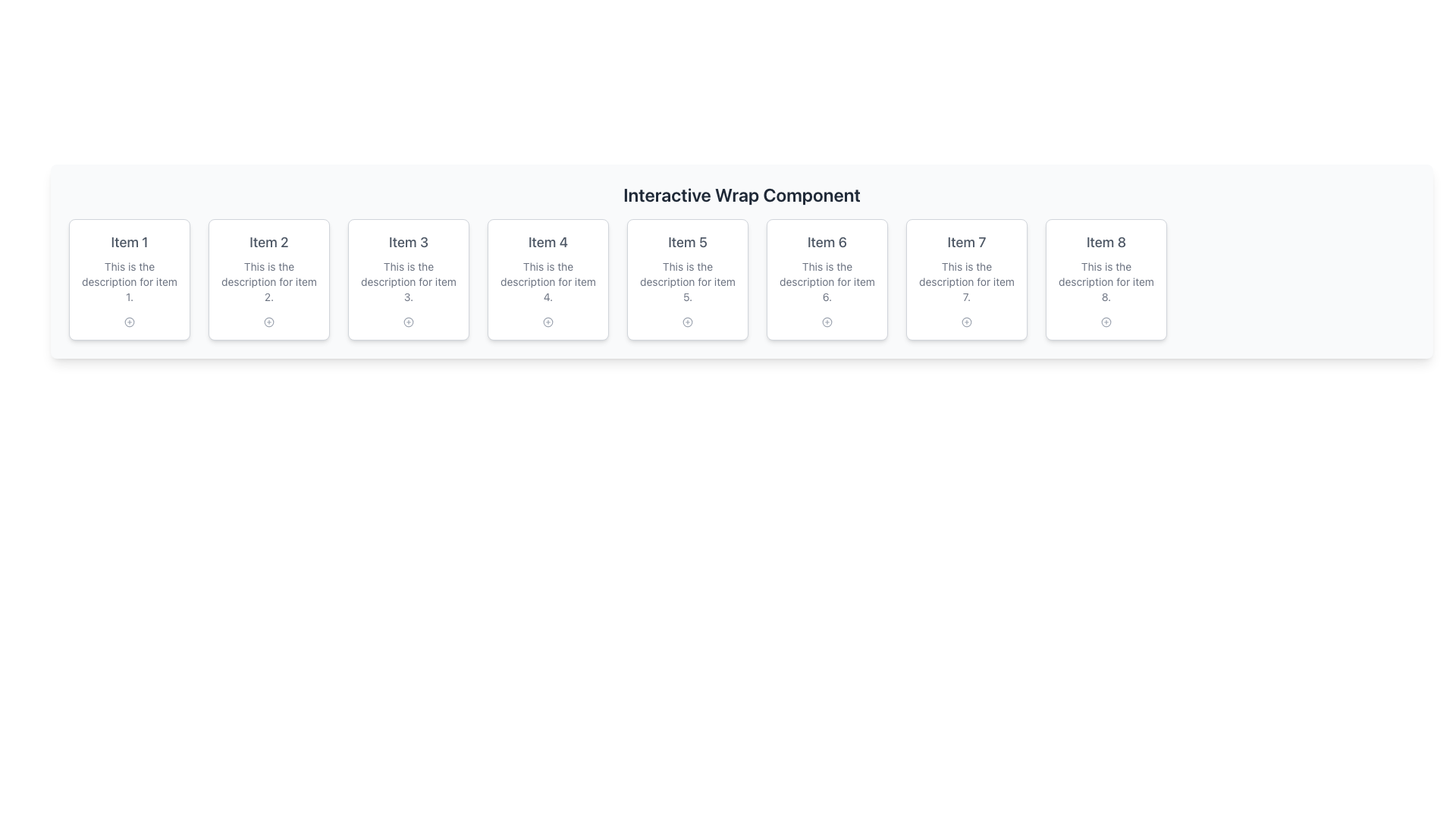  Describe the element at coordinates (548, 321) in the screenshot. I see `the hollow circular graphical element within the SVG icon located in the 'Item 4' card, positioned below the text content` at that location.